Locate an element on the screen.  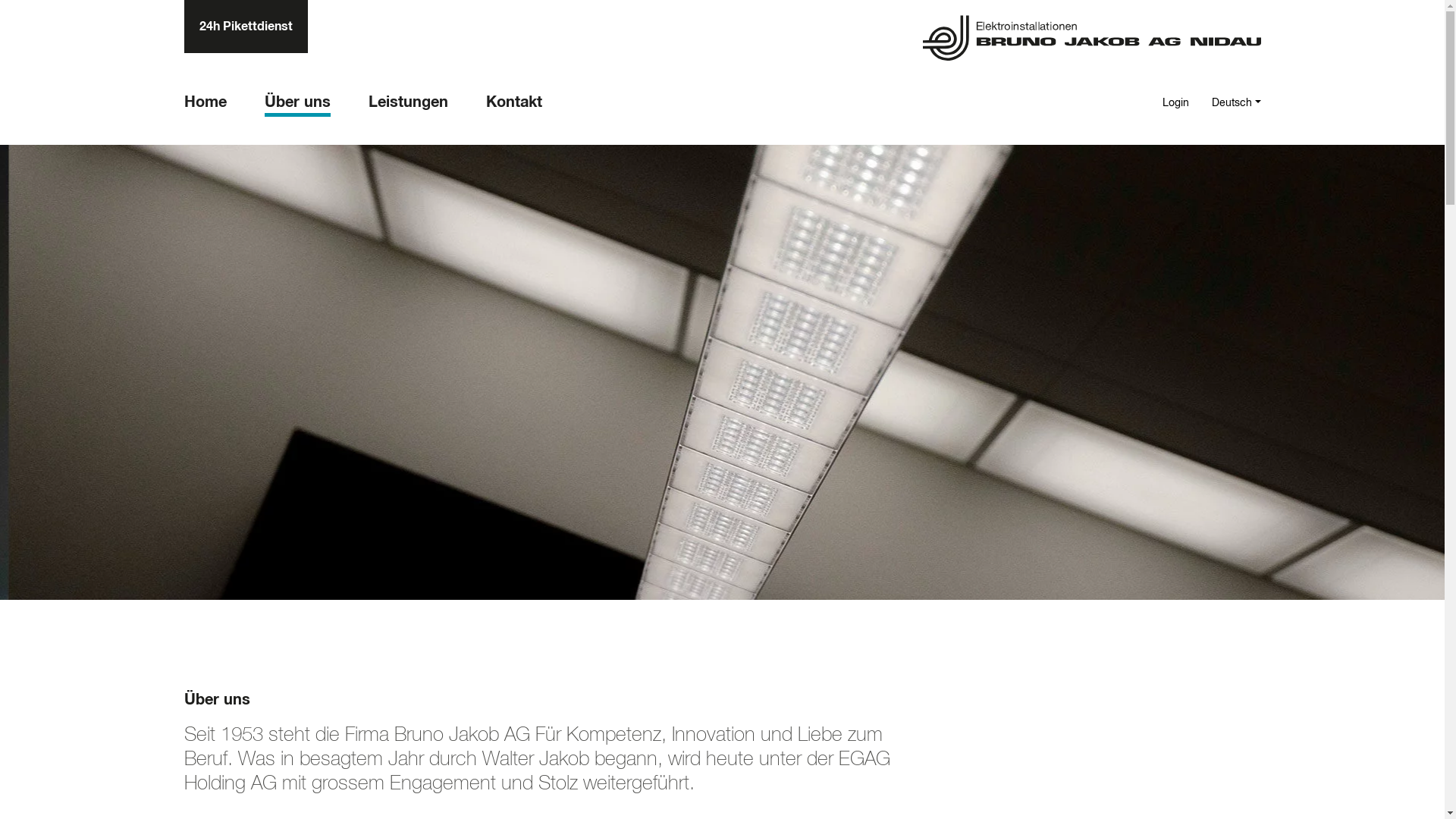
'Kontakt' is located at coordinates (513, 104).